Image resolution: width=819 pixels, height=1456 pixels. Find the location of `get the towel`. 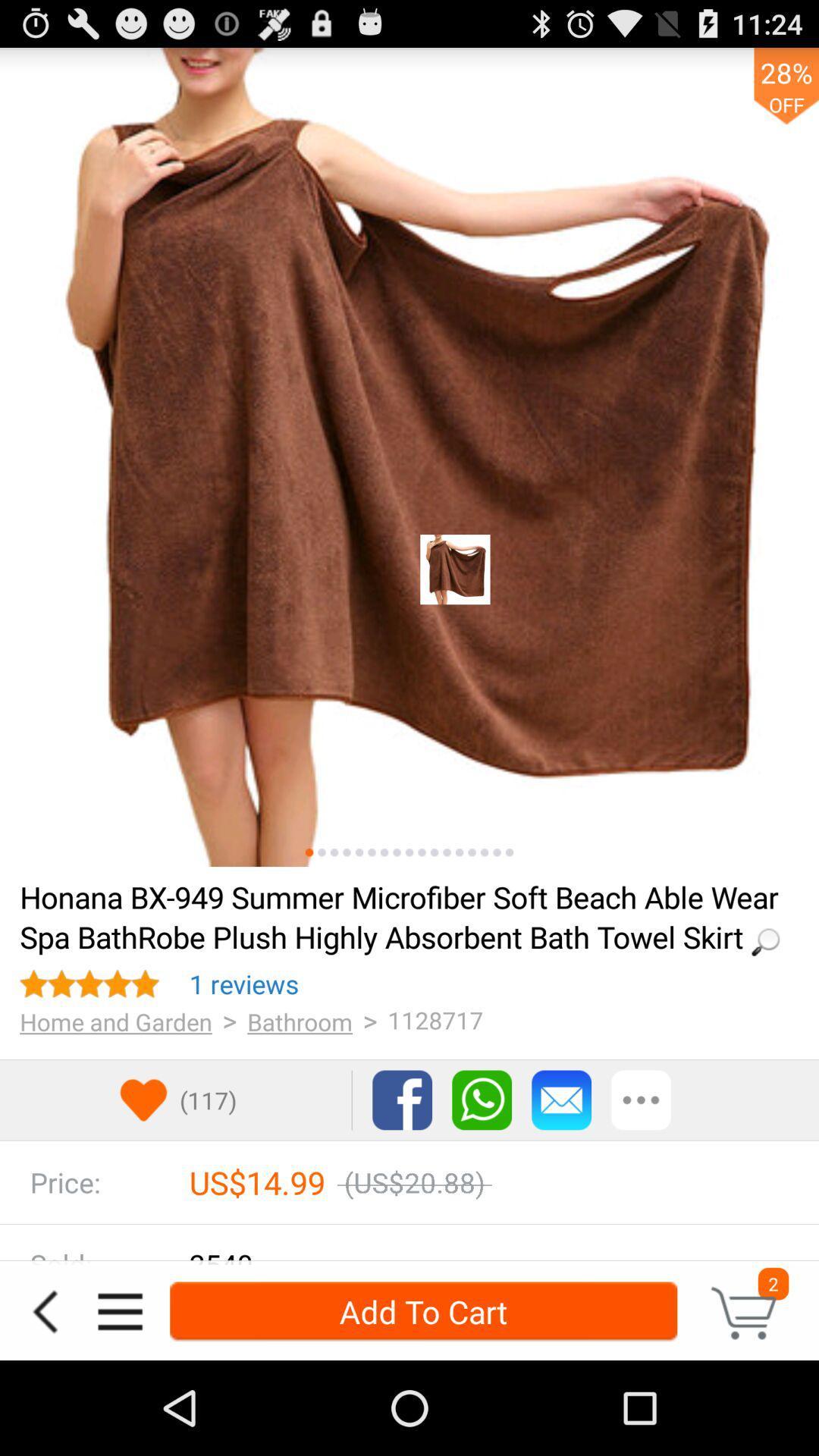

get the towel is located at coordinates (409, 457).